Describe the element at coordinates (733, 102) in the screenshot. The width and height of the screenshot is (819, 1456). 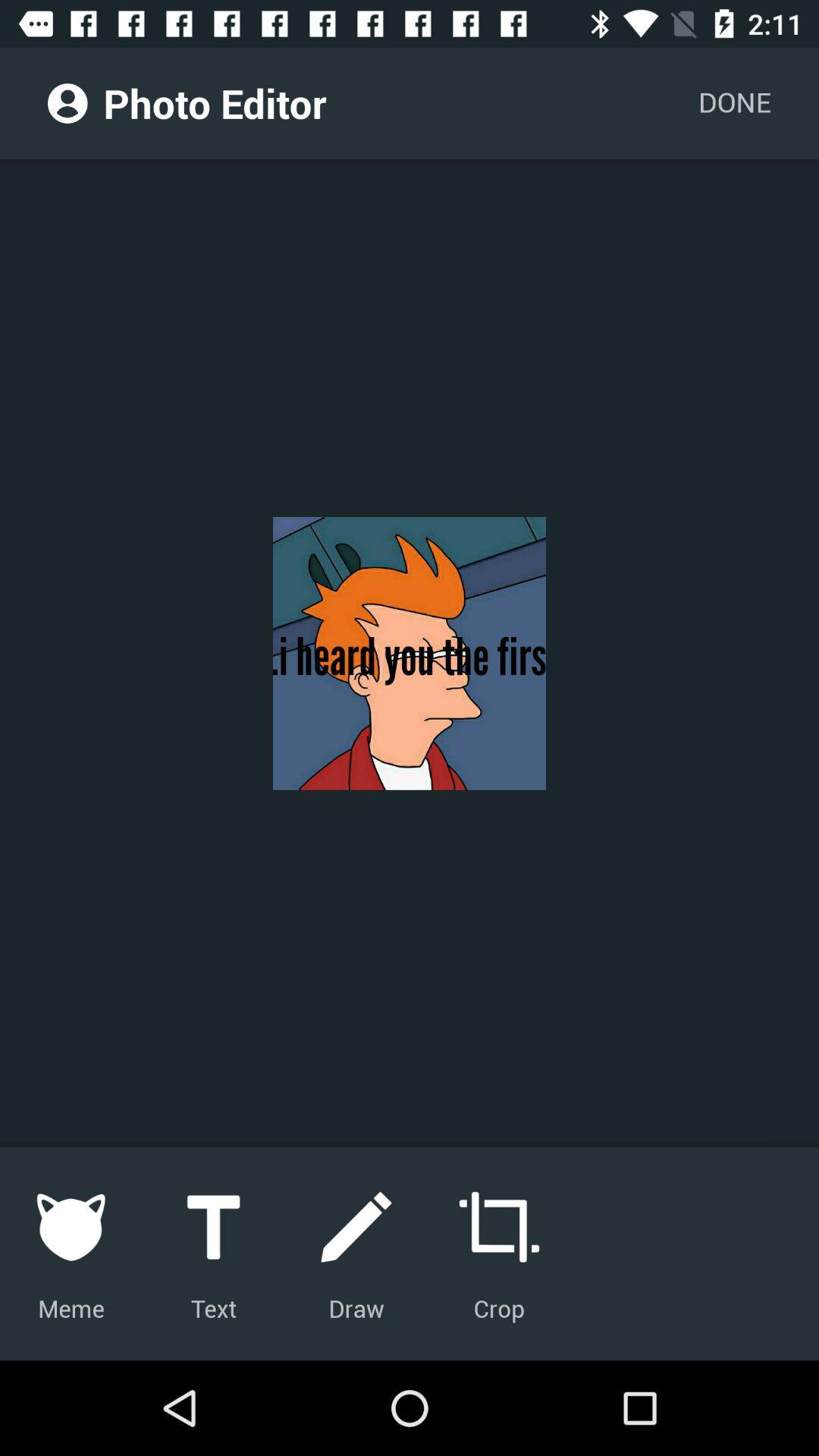
I see `done` at that location.